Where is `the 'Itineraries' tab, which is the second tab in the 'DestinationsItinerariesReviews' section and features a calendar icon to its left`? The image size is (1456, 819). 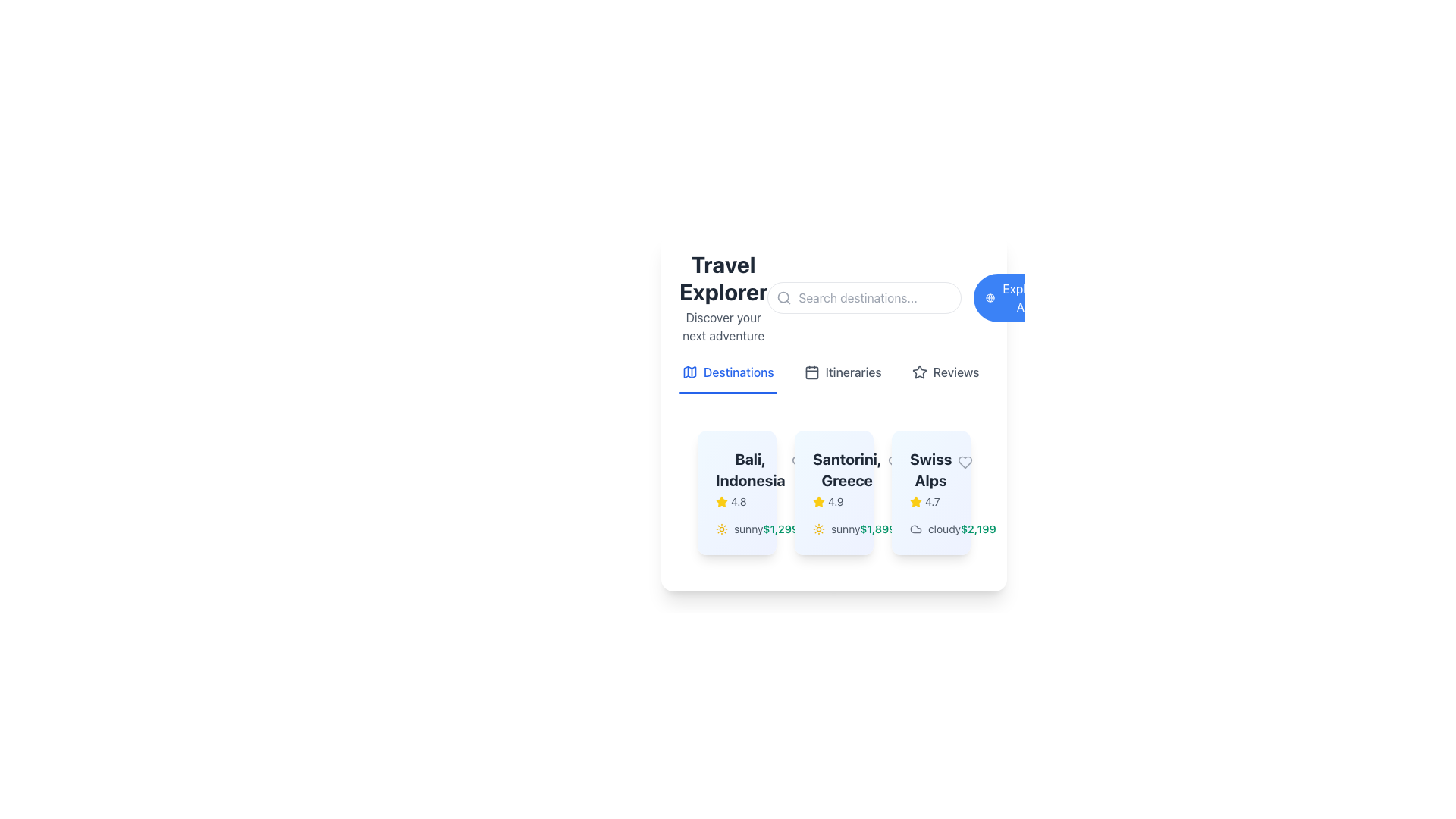 the 'Itineraries' tab, which is the second tab in the 'DestinationsItinerariesReviews' section and features a calendar icon to its left is located at coordinates (833, 378).